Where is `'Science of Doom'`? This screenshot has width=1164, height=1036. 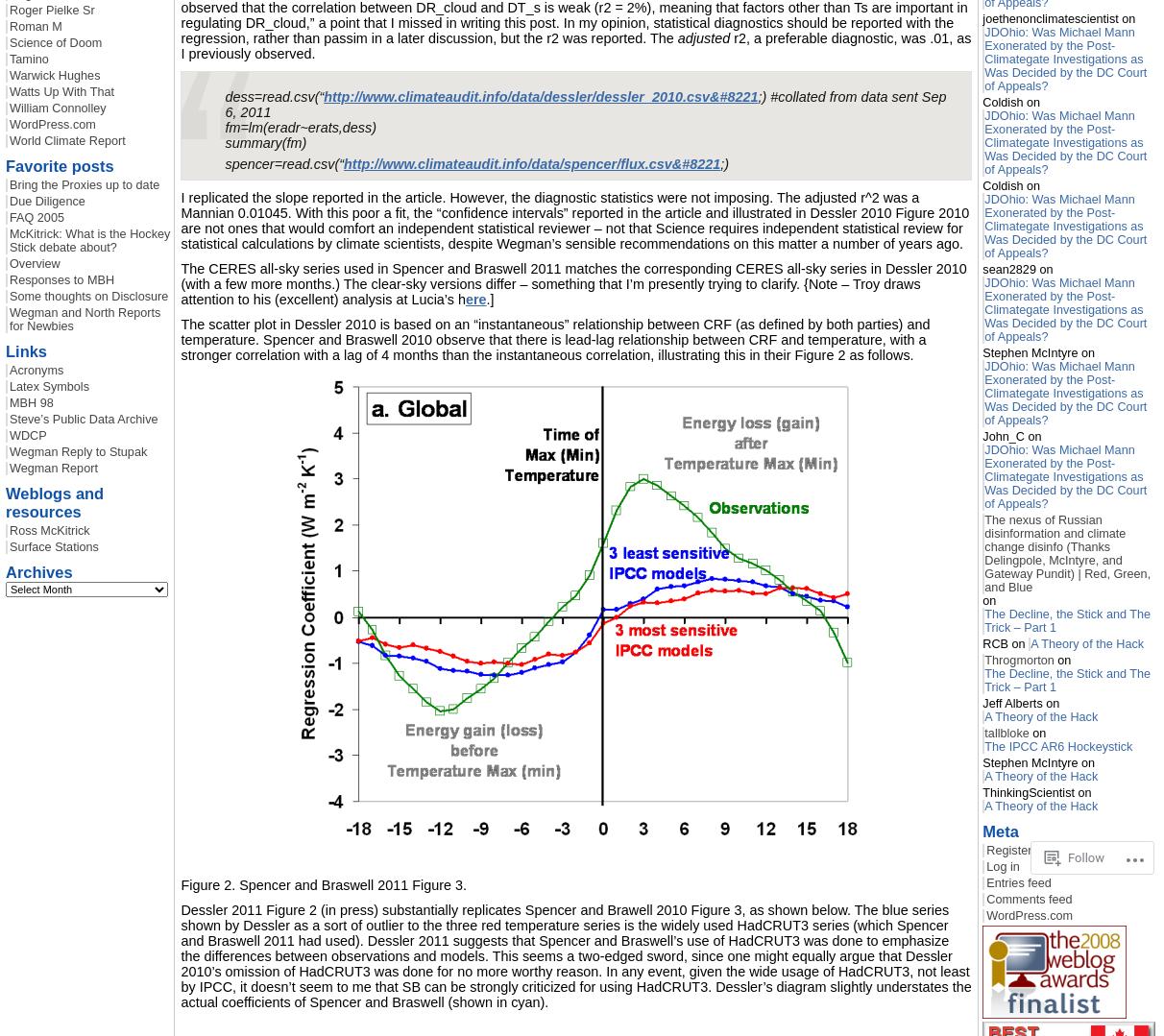
'Science of Doom' is located at coordinates (55, 41).